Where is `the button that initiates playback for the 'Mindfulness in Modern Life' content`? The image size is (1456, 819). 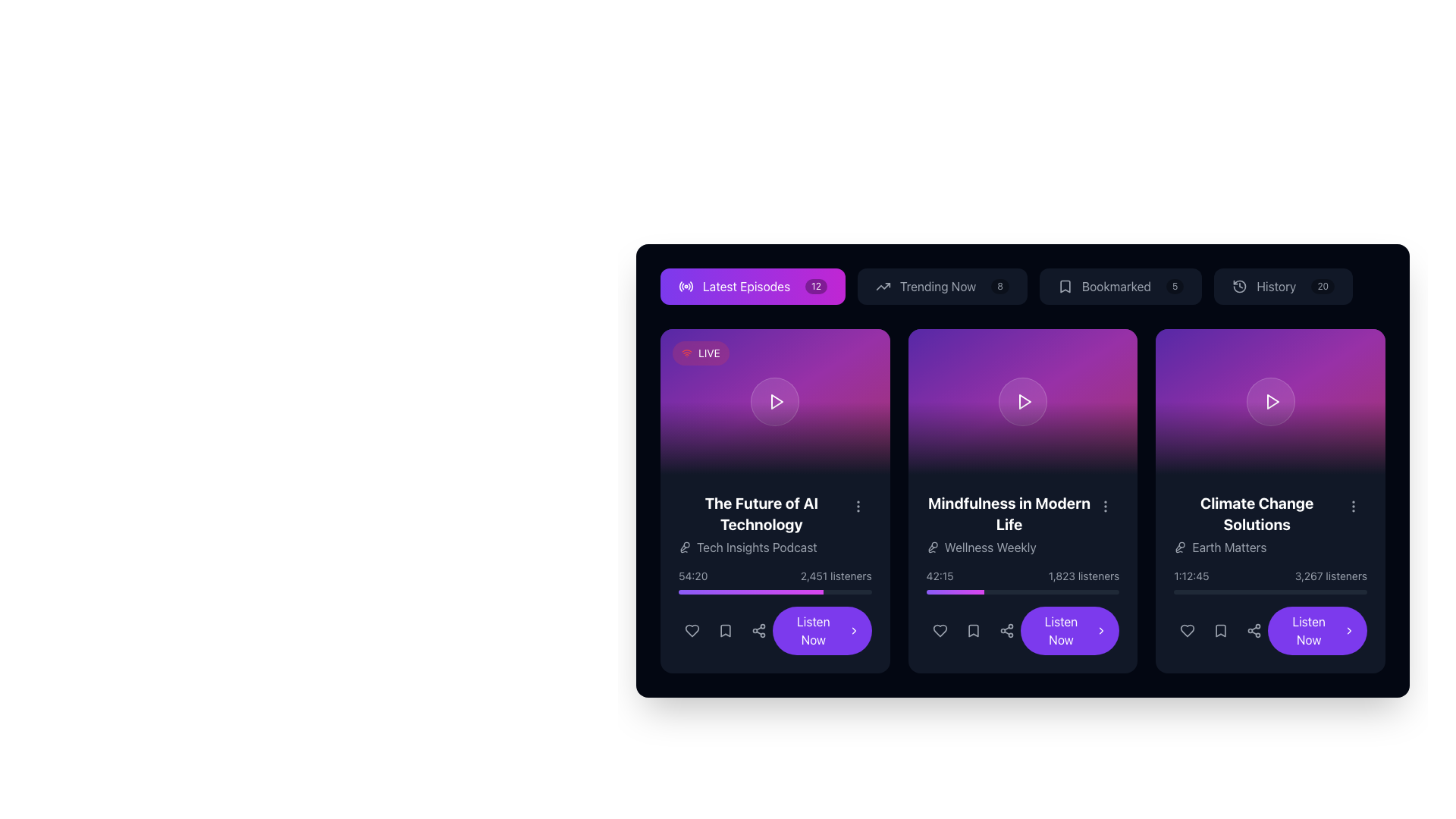
the button that initiates playback for the 'Mindfulness in Modern Life' content is located at coordinates (1022, 631).